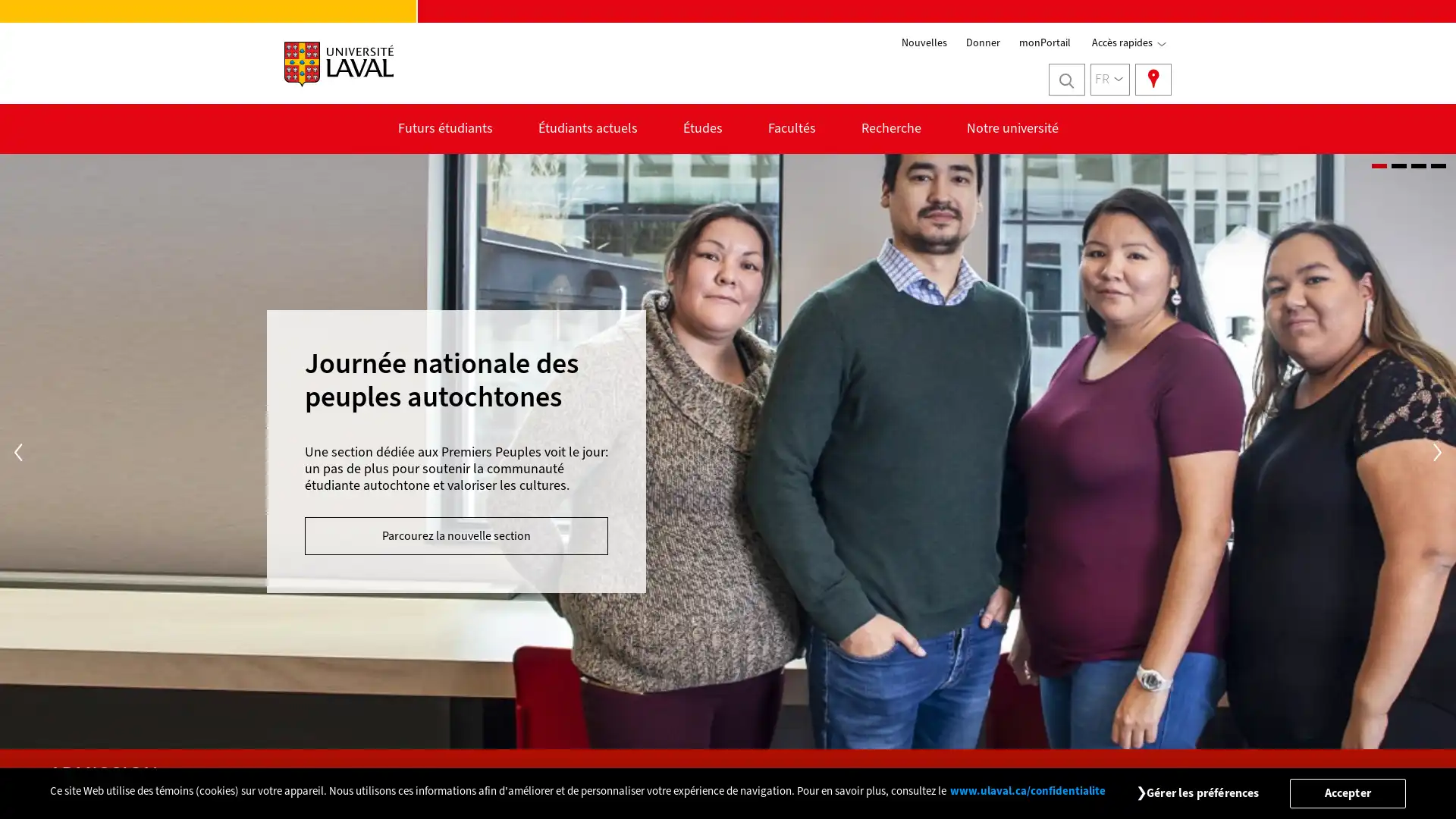  I want to click on Gerer les preferences, so click(1201, 792).